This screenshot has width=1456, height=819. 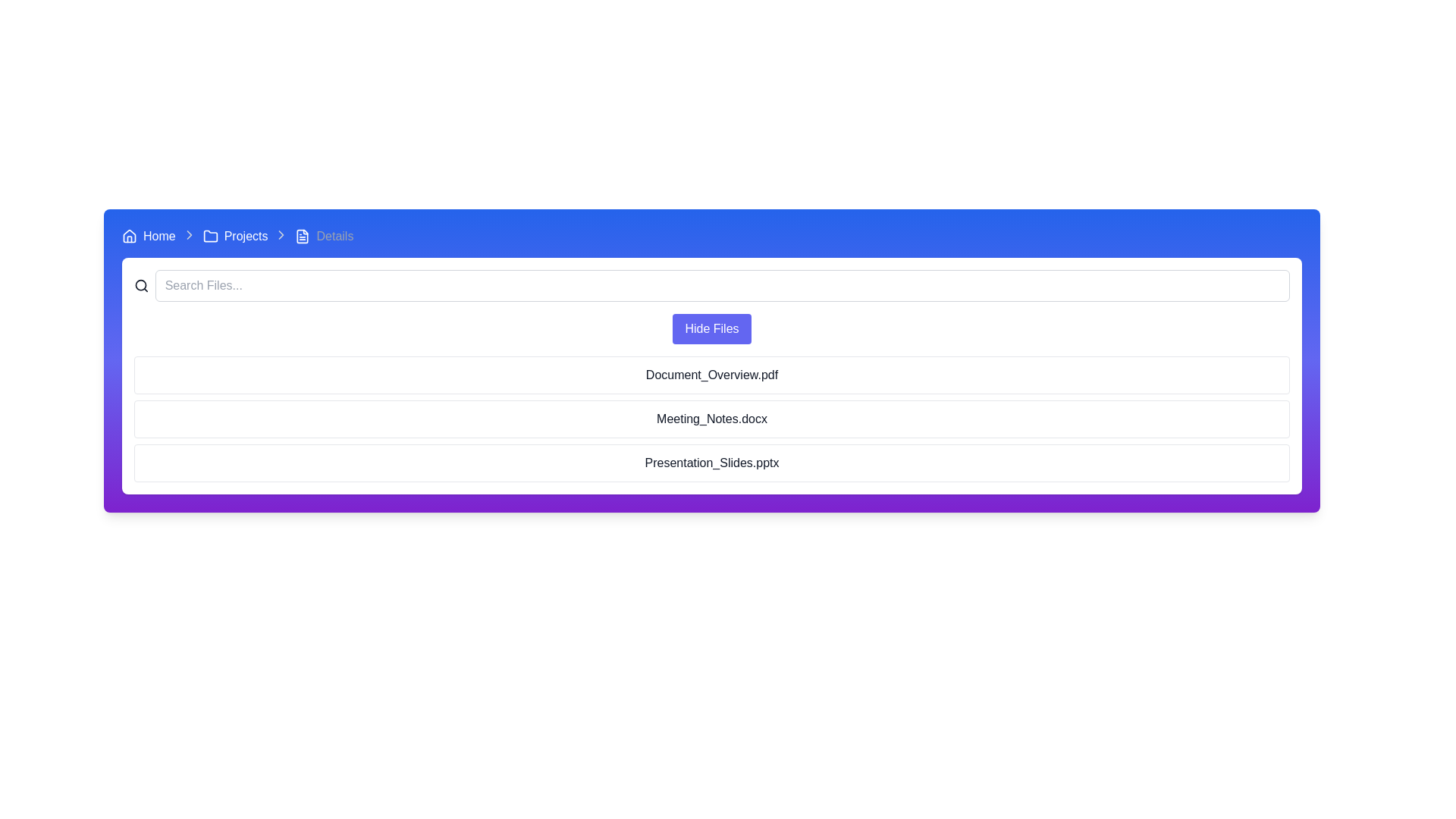 I want to click on the 'Projects' breadcrumb navigation item, which is the second item, so click(x=234, y=237).